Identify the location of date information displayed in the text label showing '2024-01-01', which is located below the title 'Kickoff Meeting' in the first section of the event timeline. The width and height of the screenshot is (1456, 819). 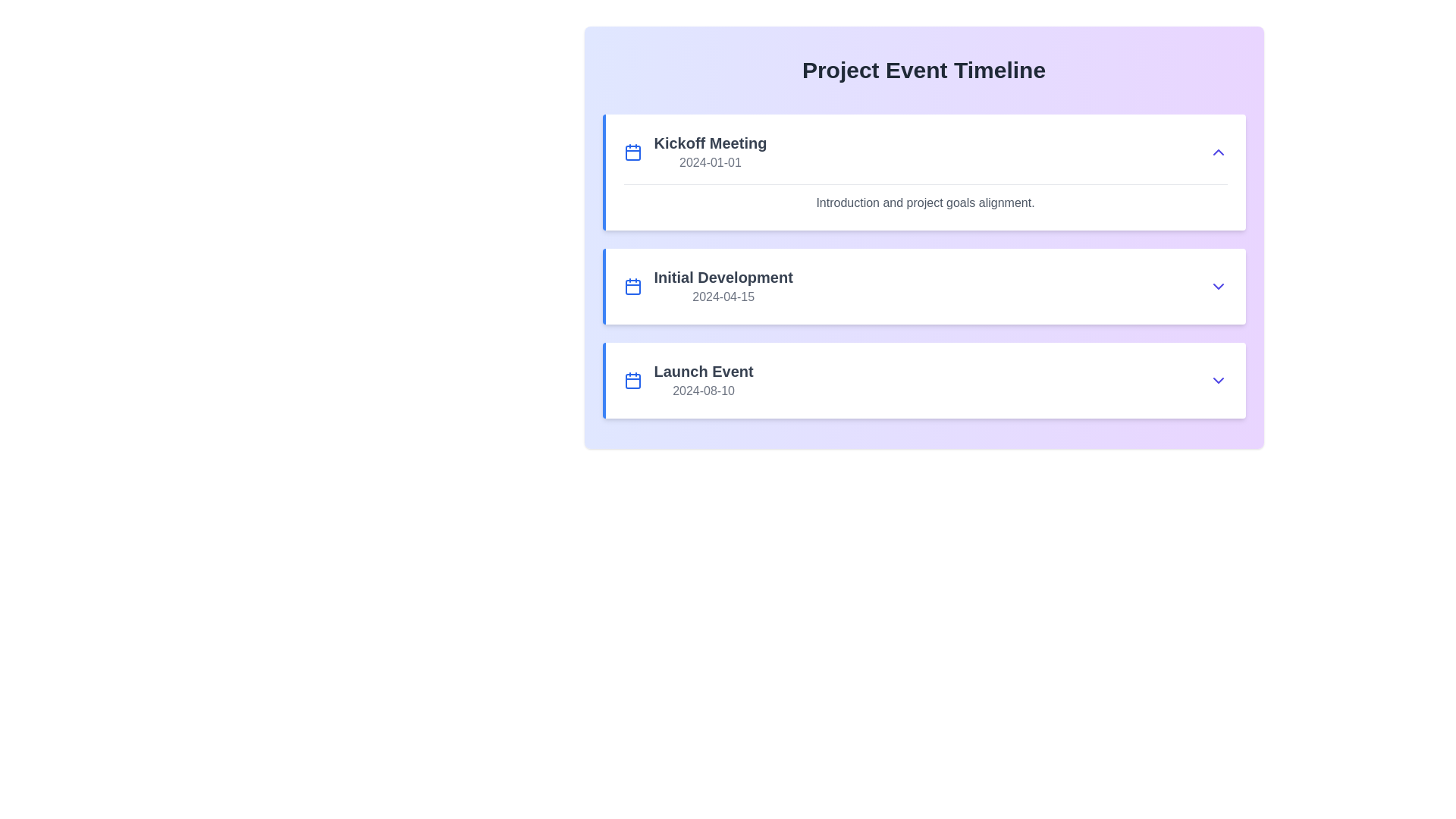
(709, 163).